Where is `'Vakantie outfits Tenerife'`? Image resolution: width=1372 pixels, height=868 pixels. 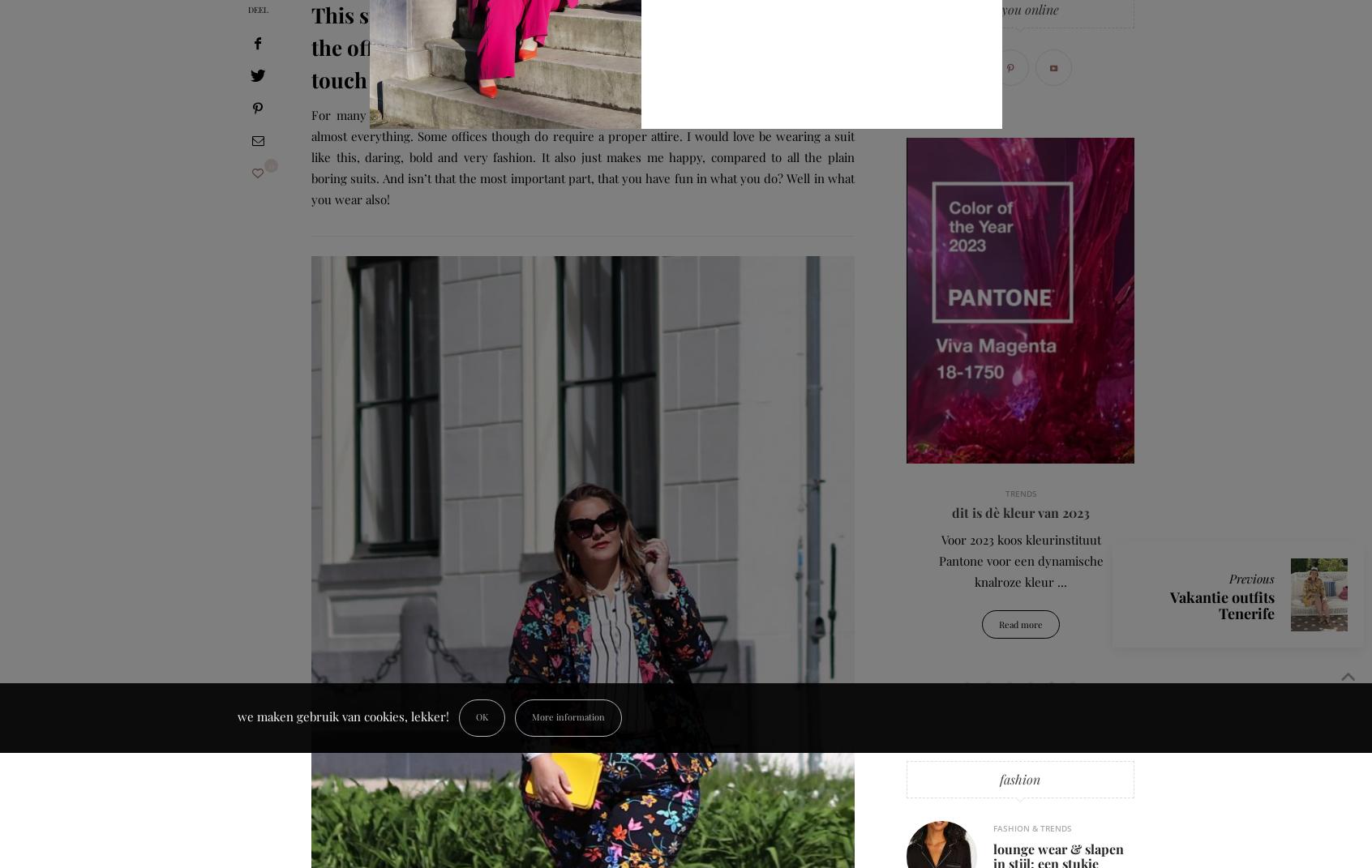
'Vakantie outfits Tenerife' is located at coordinates (1222, 605).